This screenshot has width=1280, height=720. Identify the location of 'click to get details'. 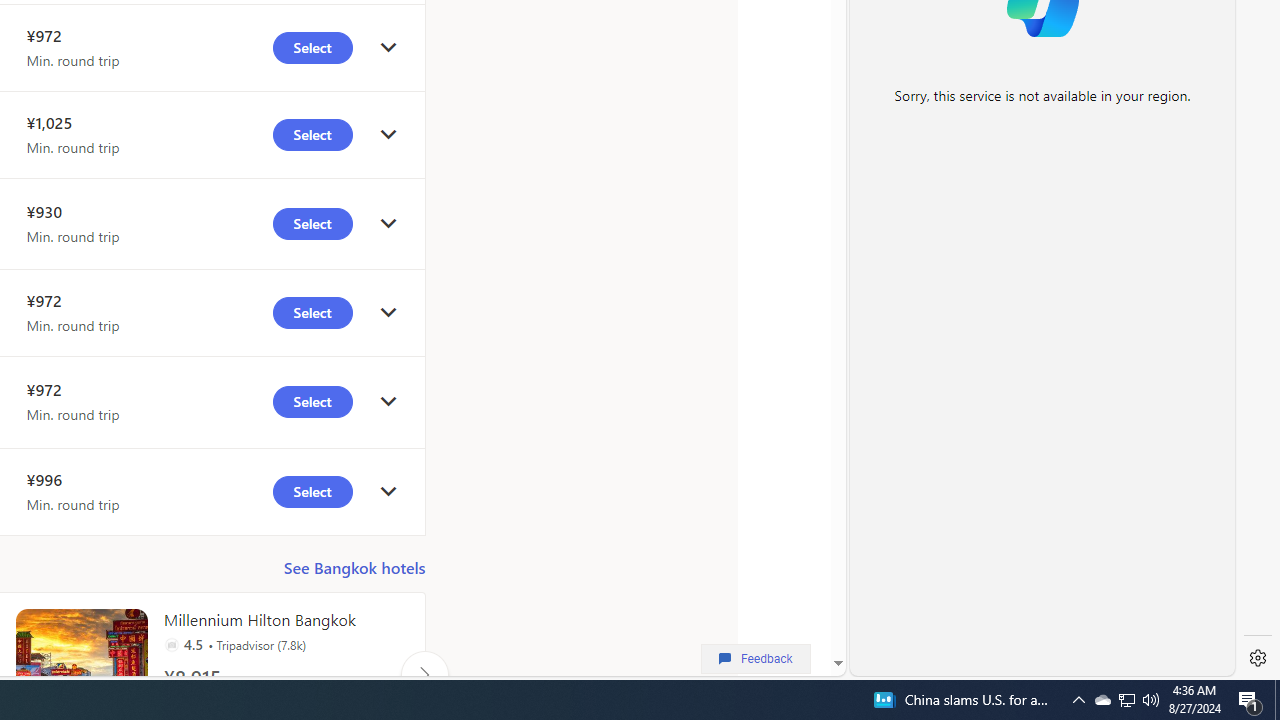
(388, 491).